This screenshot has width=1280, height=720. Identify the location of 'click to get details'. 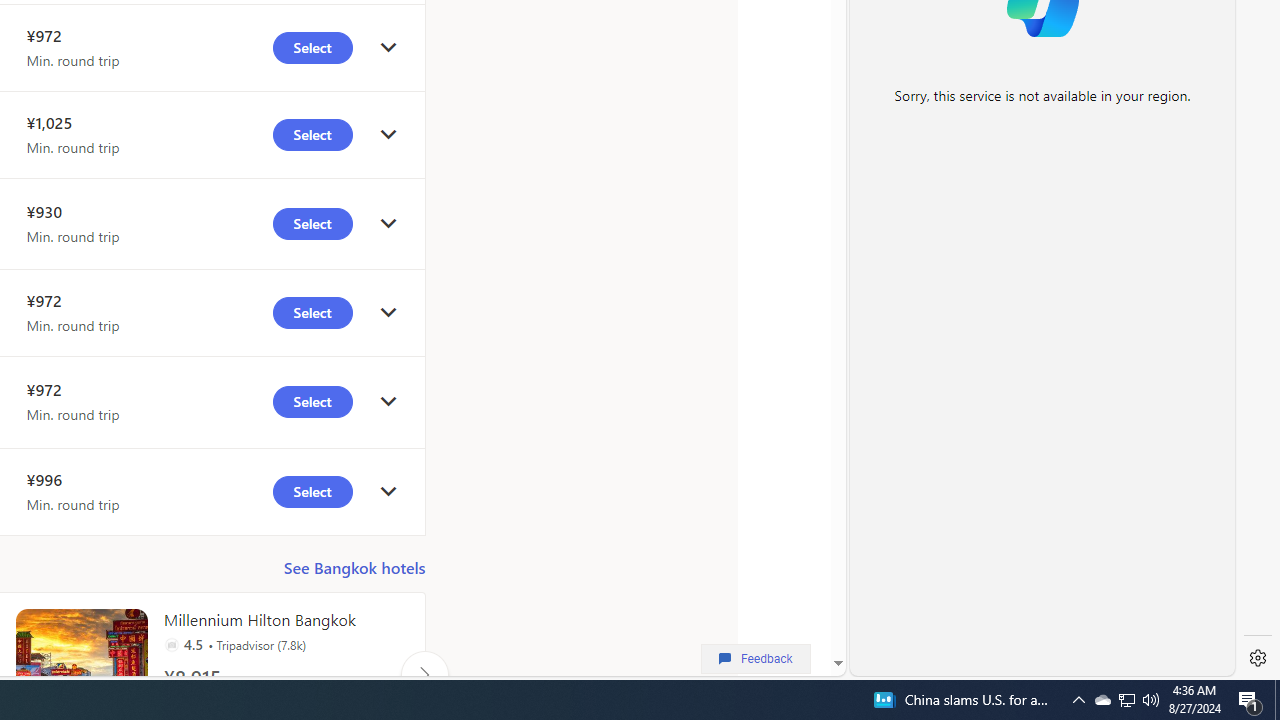
(388, 491).